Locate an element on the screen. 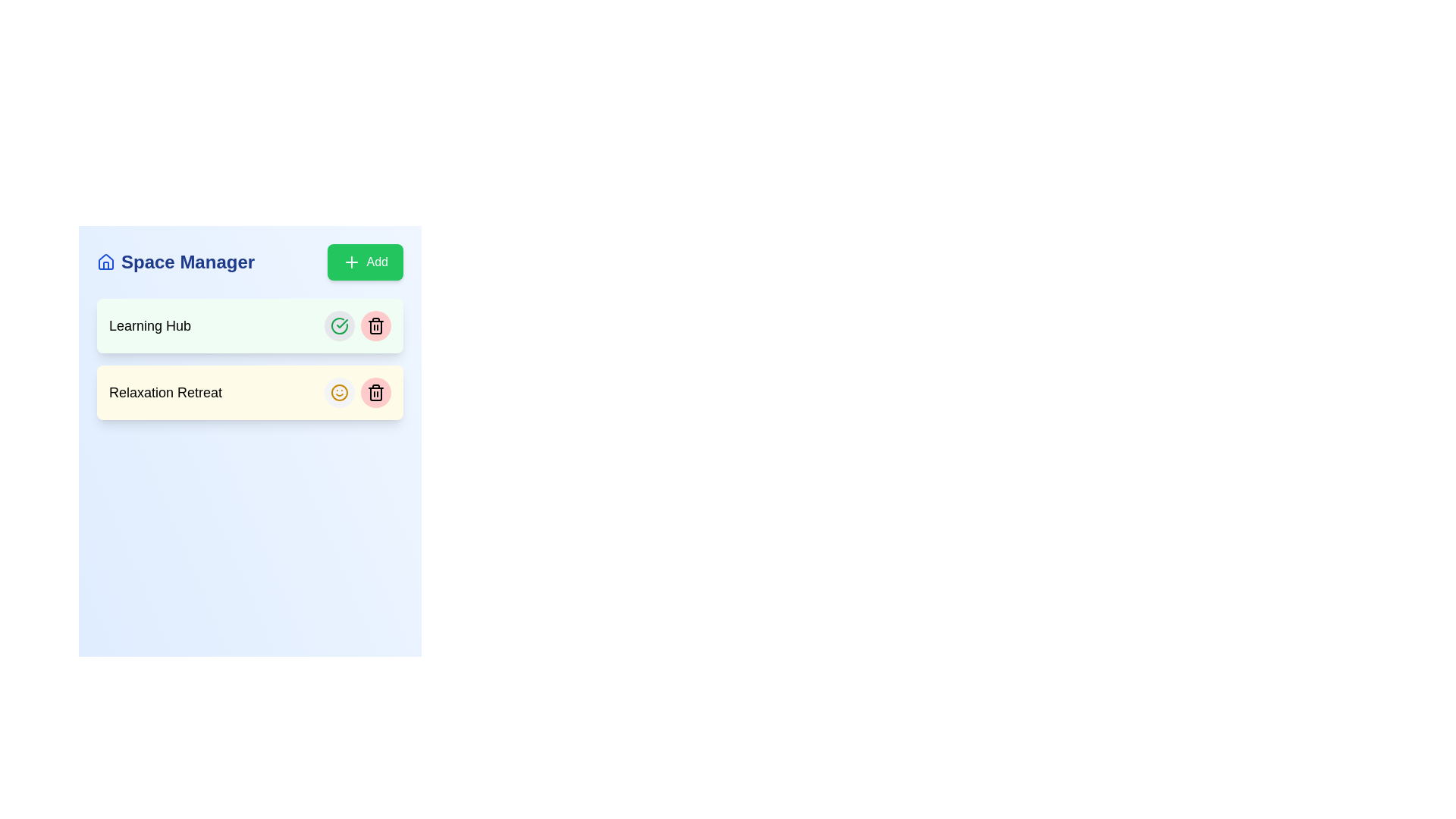  the circular button with a light gray background and a check mark inside a green circle, located under the 'Space Manager' heading in the 'Learning Hub' list item is located at coordinates (338, 325).